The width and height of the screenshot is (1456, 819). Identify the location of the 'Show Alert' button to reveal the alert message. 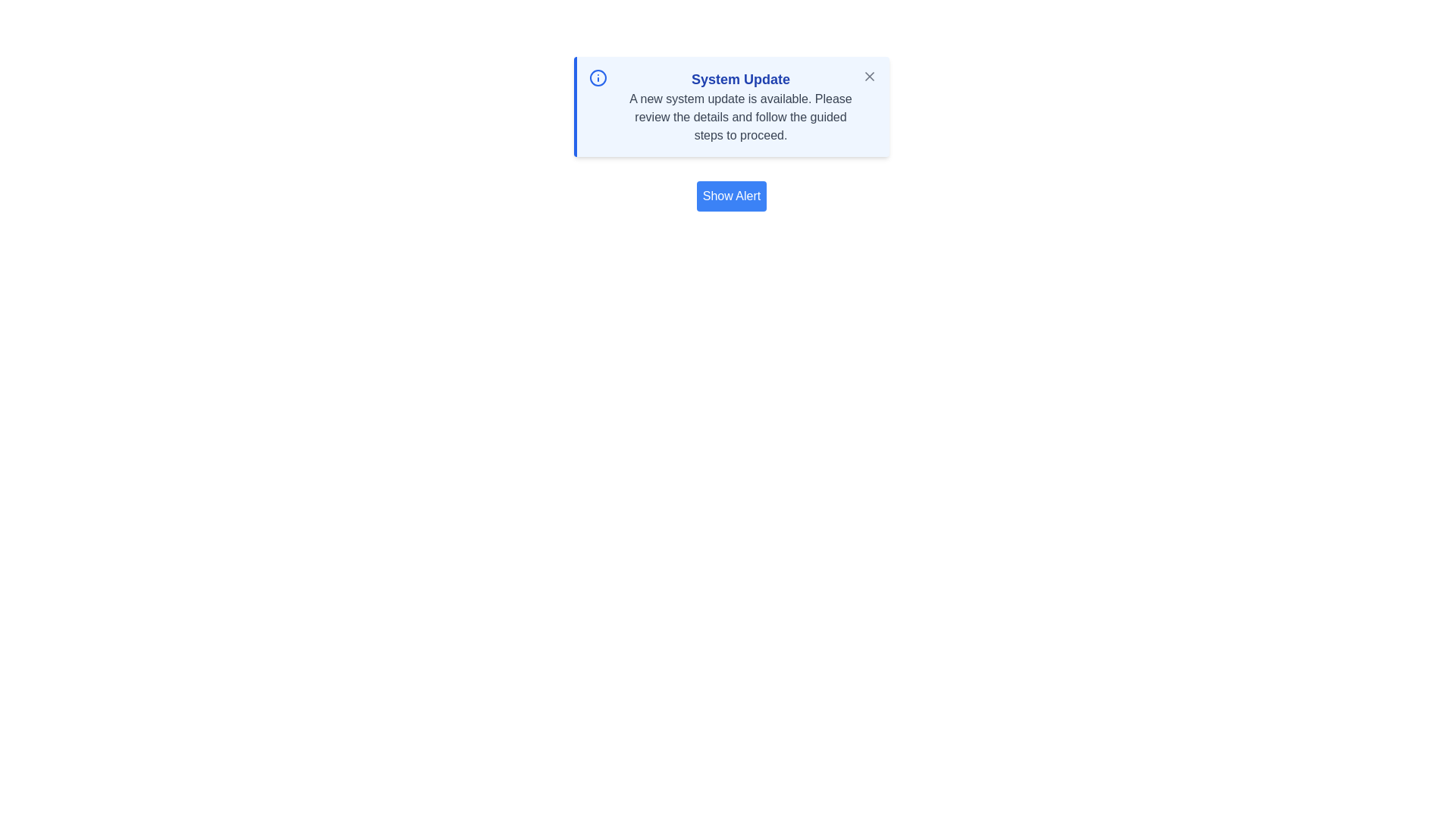
(731, 195).